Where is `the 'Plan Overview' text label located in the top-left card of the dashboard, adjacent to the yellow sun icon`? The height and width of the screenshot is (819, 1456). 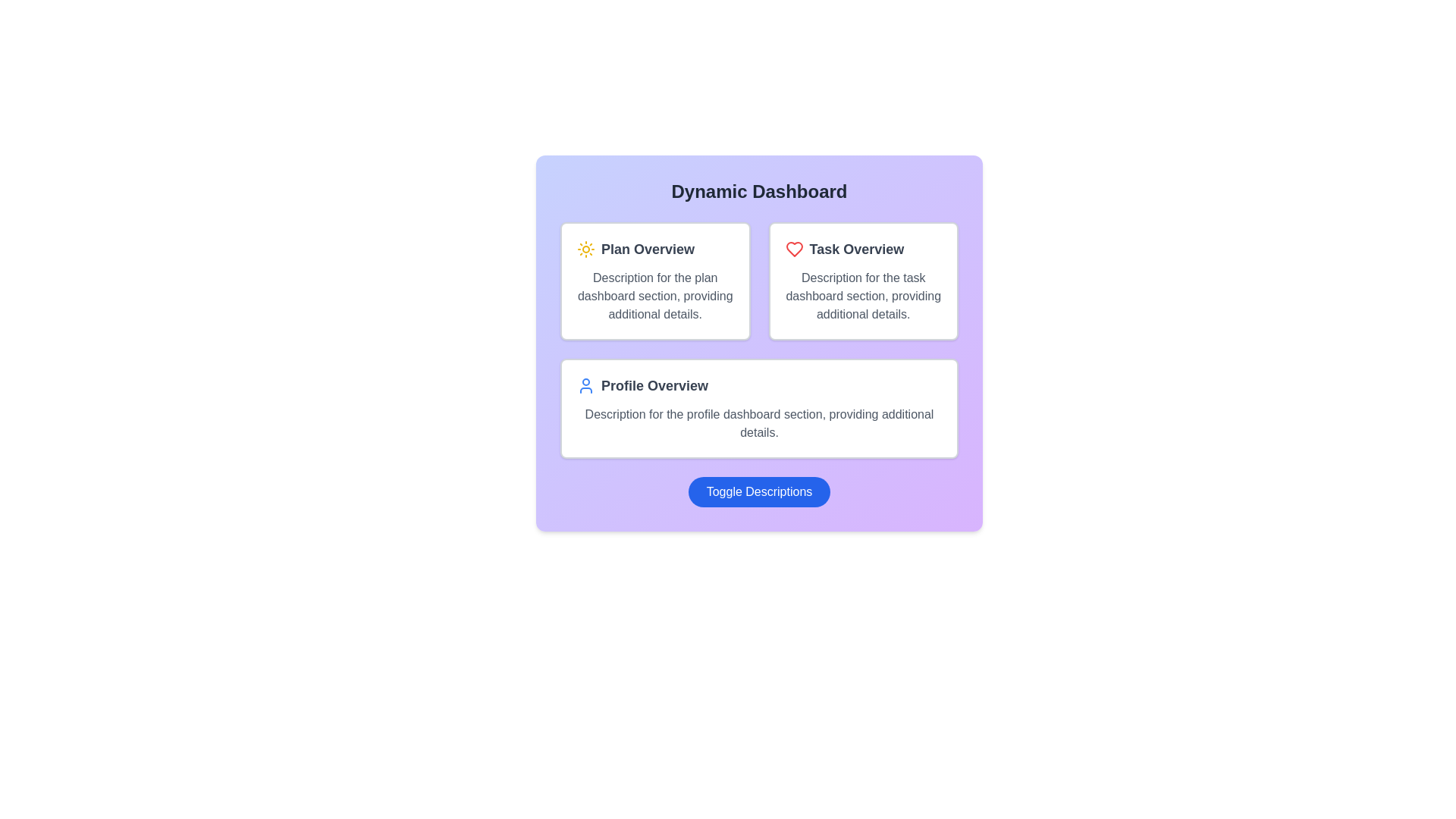 the 'Plan Overview' text label located in the top-left card of the dashboard, adjacent to the yellow sun icon is located at coordinates (648, 248).